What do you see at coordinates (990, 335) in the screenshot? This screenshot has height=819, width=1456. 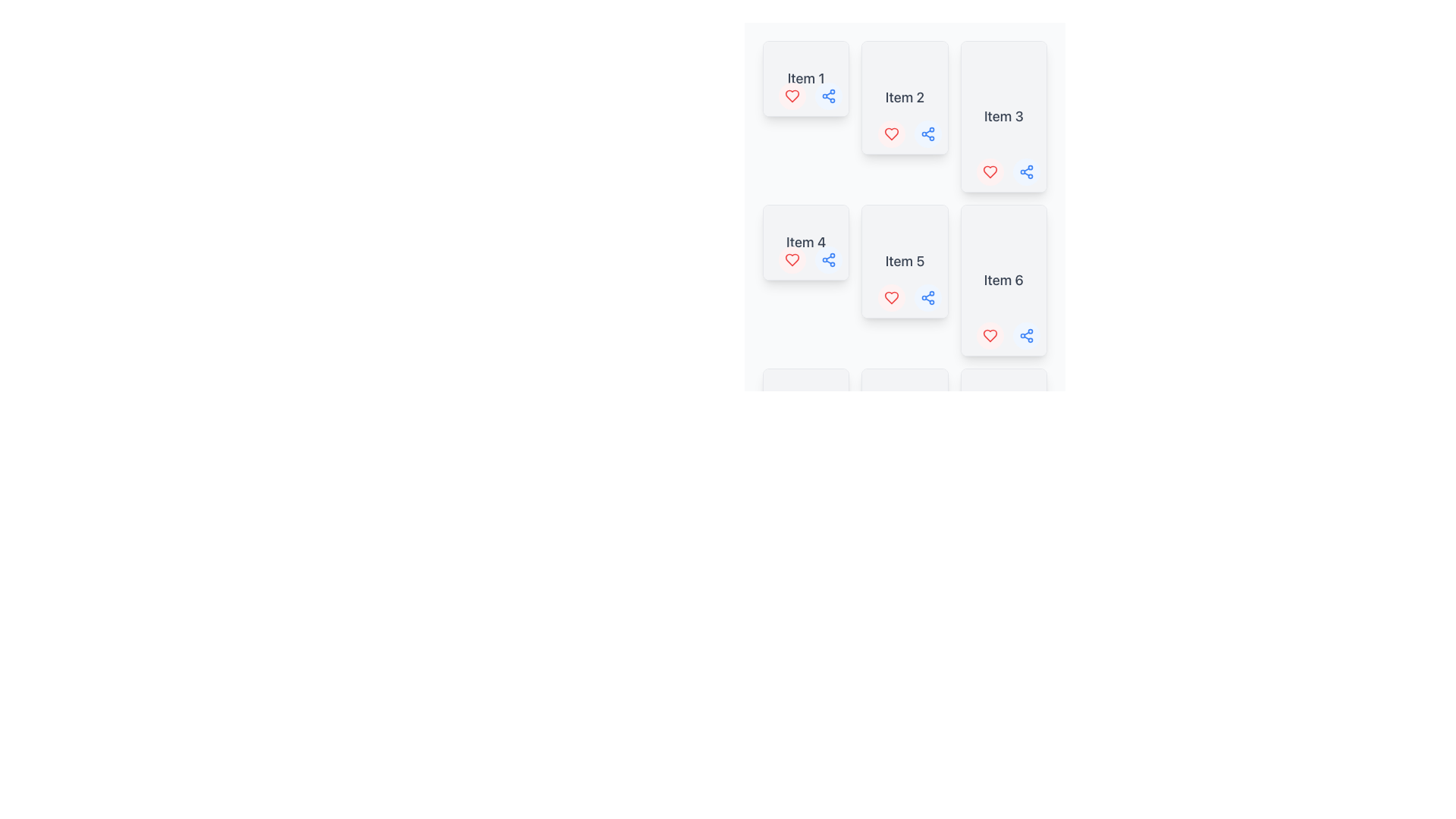 I see `the 'Like' or 'Favorite' button located at the bottom right corner of 'Item 6'` at bounding box center [990, 335].